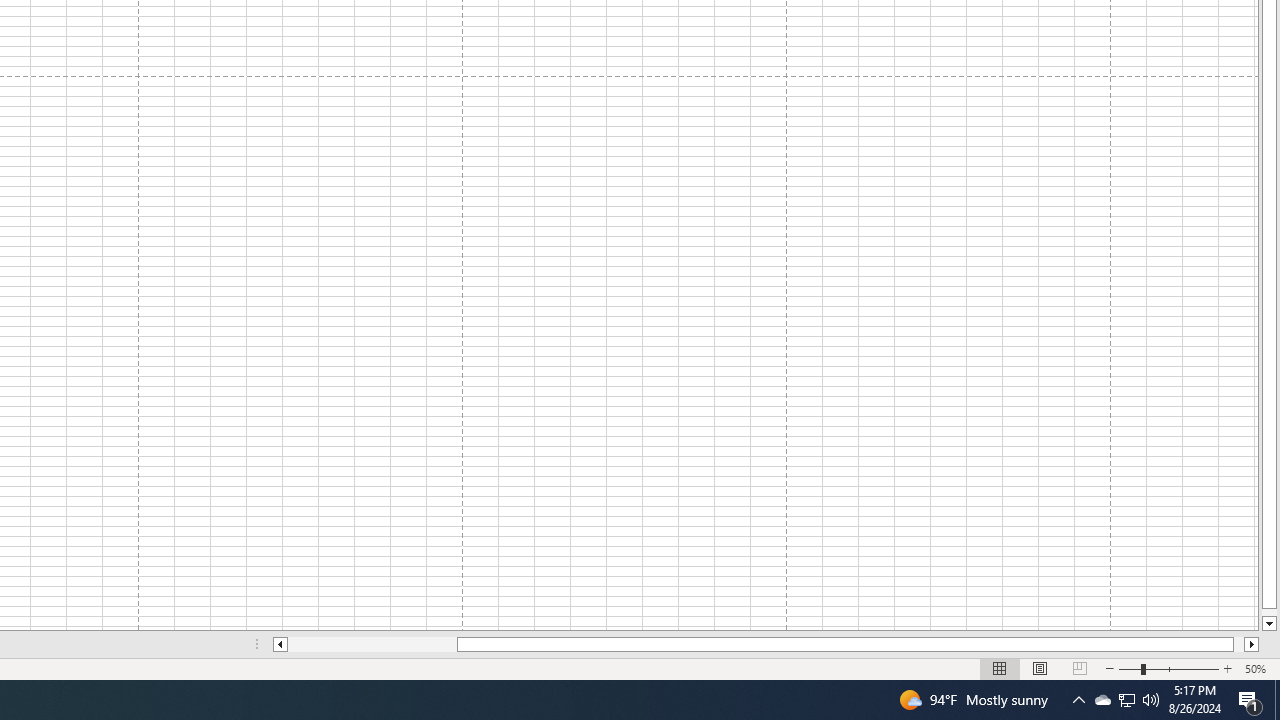  Describe the element at coordinates (1040, 669) in the screenshot. I see `'Page Layout'` at that location.